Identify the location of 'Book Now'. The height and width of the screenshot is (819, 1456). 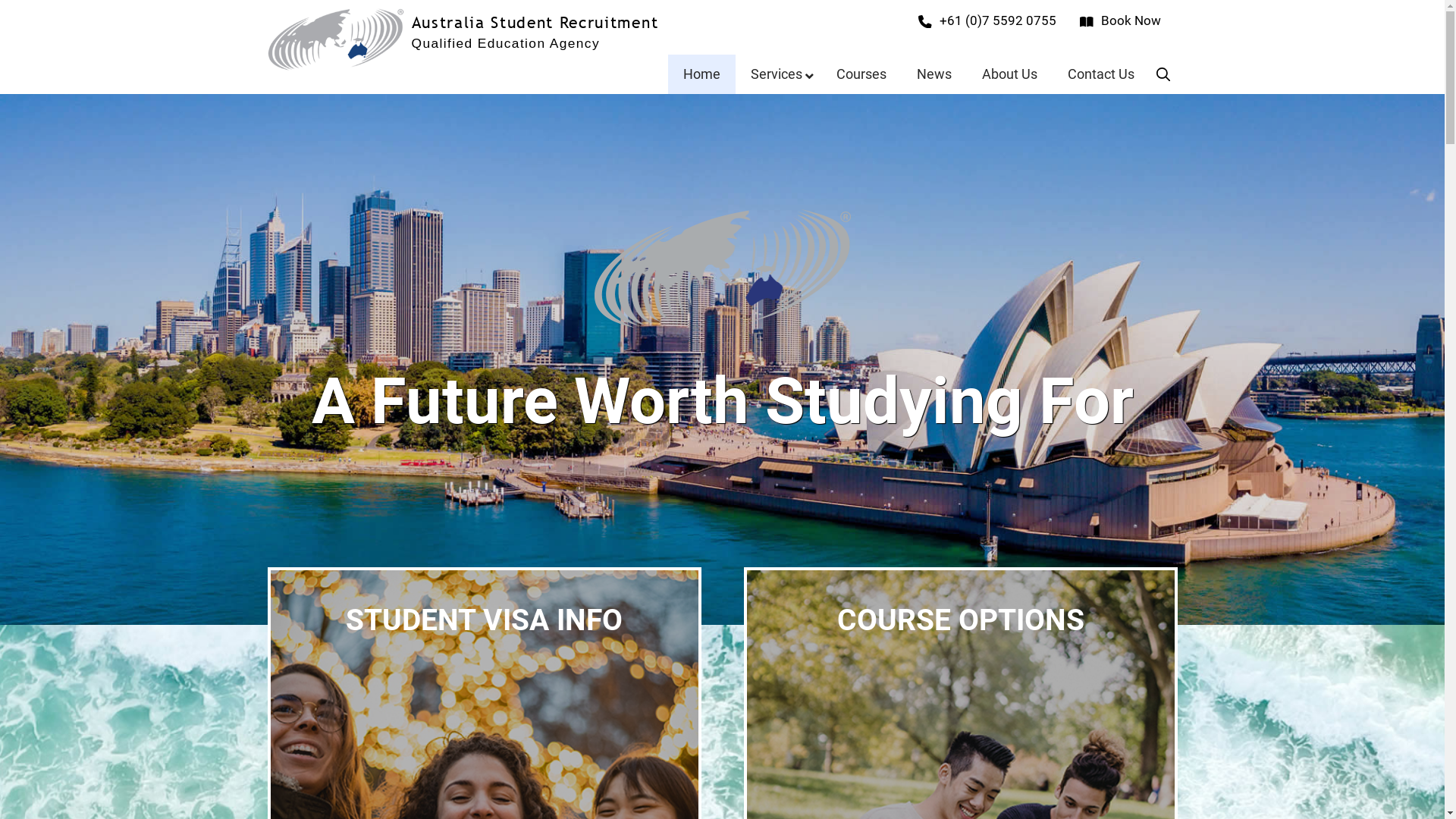
(1120, 20).